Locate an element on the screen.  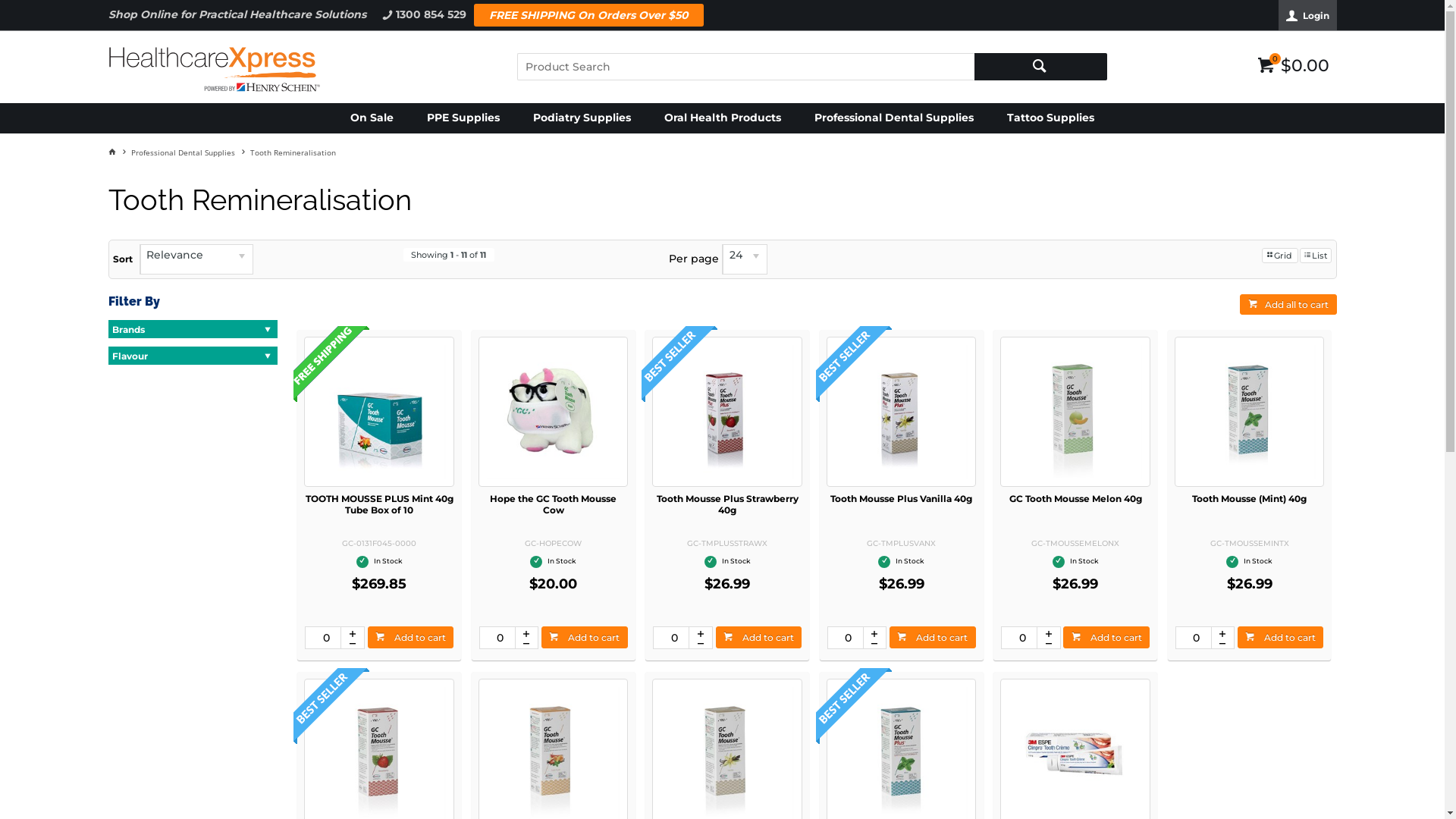
'Professional Dental Supplies' is located at coordinates (189, 152).